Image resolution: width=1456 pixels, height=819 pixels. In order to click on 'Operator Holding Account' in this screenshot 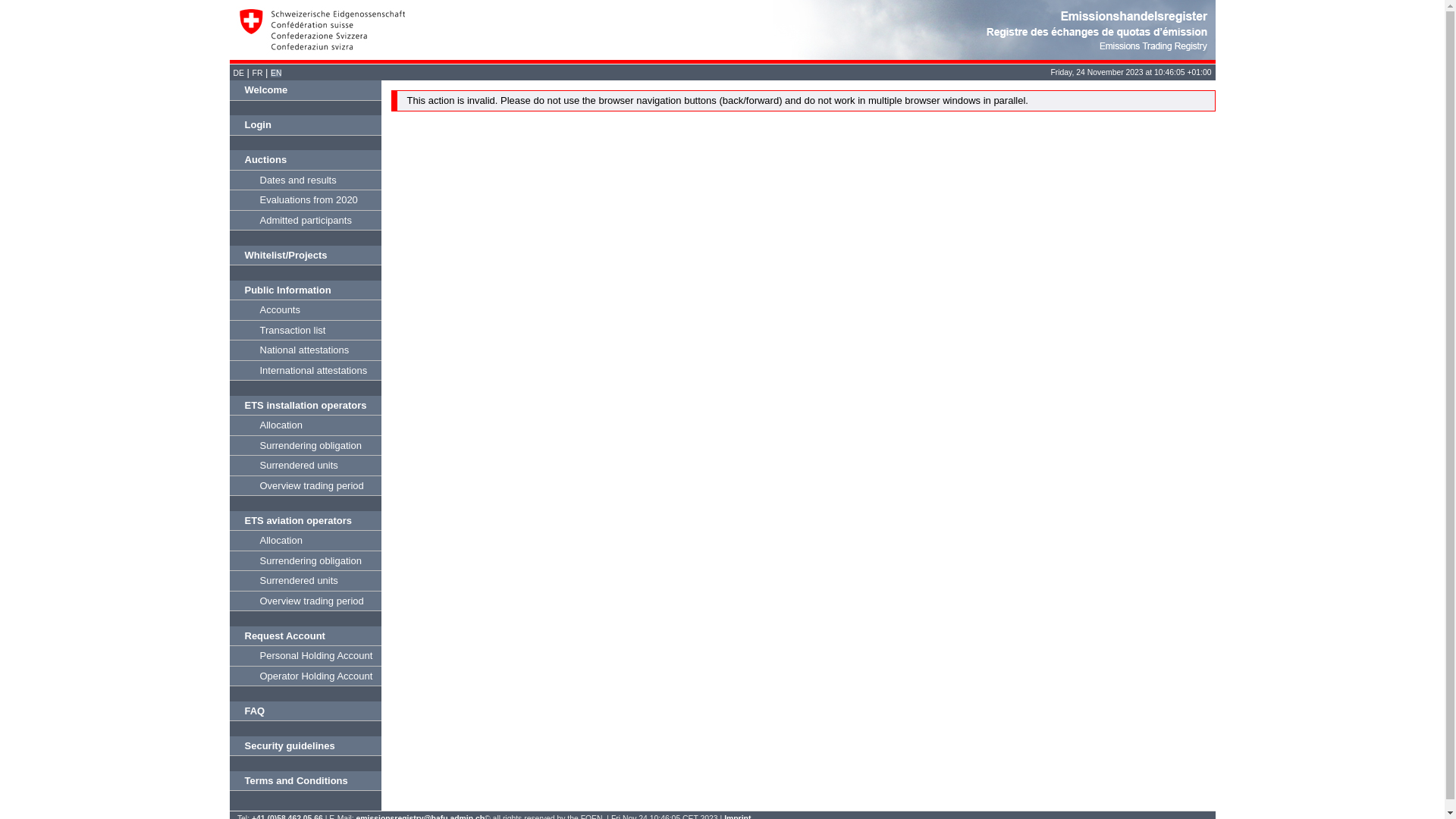, I will do `click(304, 675)`.